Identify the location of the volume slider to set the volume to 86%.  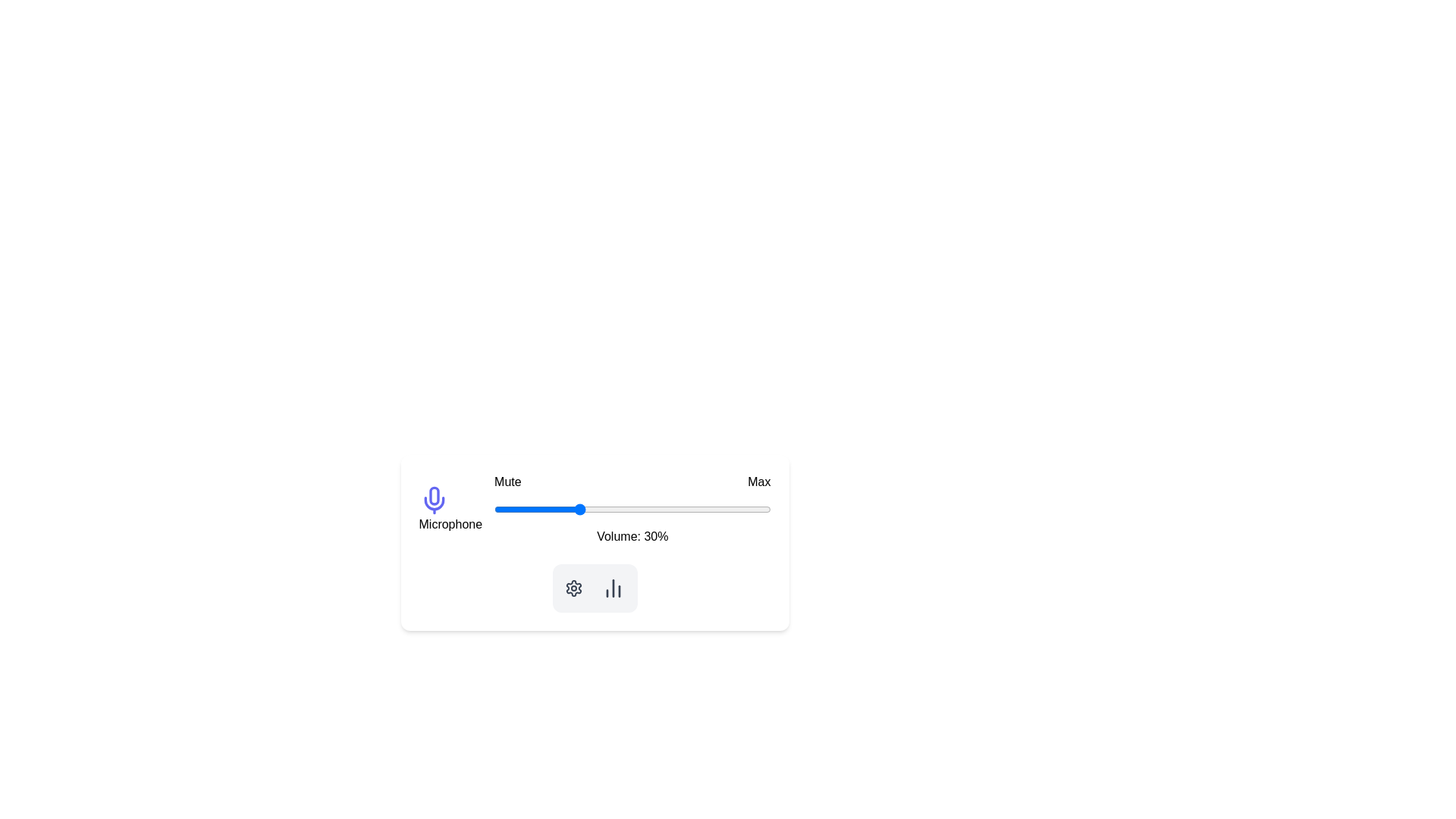
(732, 509).